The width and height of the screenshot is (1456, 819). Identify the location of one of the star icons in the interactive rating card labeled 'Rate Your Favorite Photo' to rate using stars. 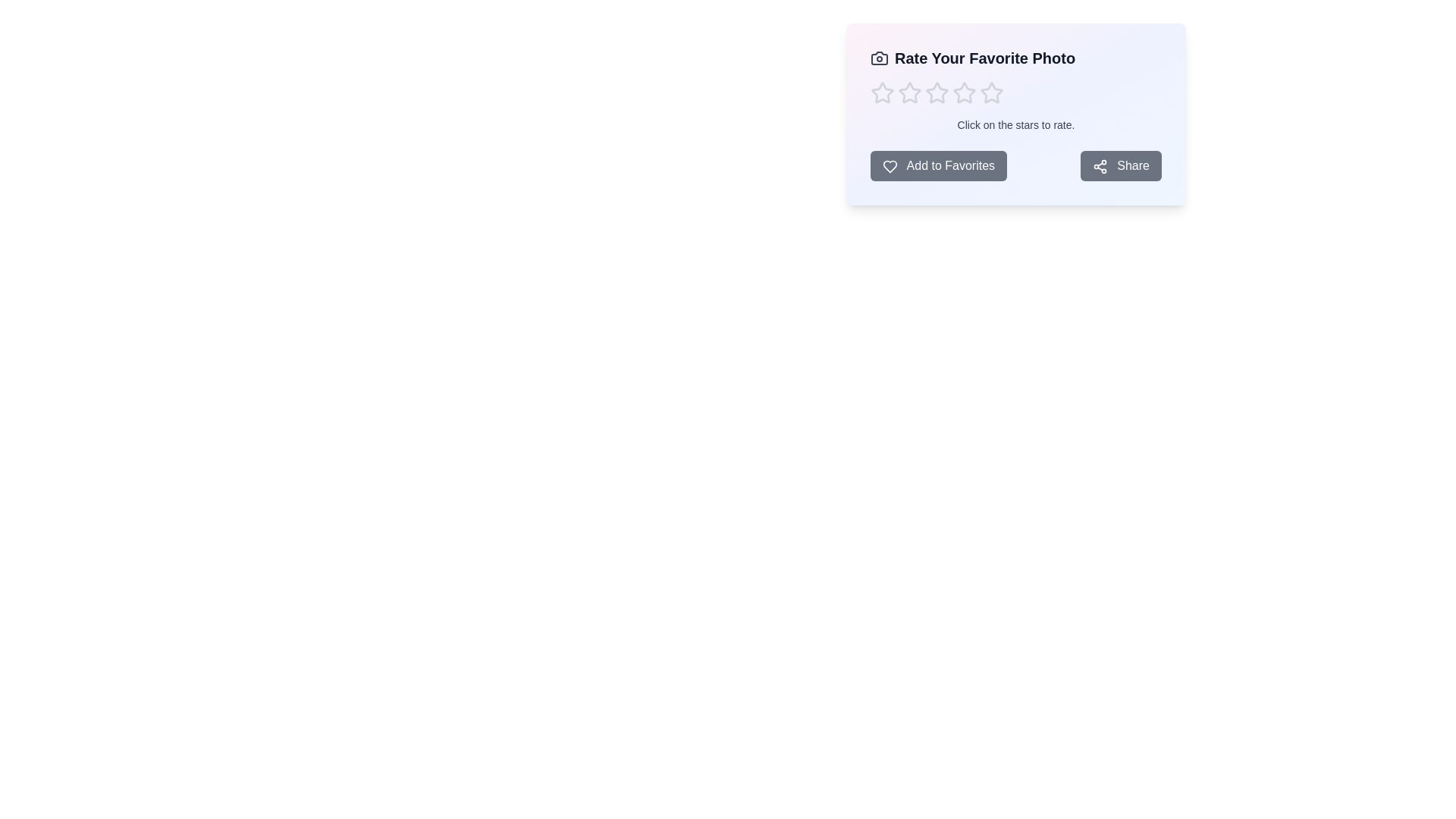
(1015, 113).